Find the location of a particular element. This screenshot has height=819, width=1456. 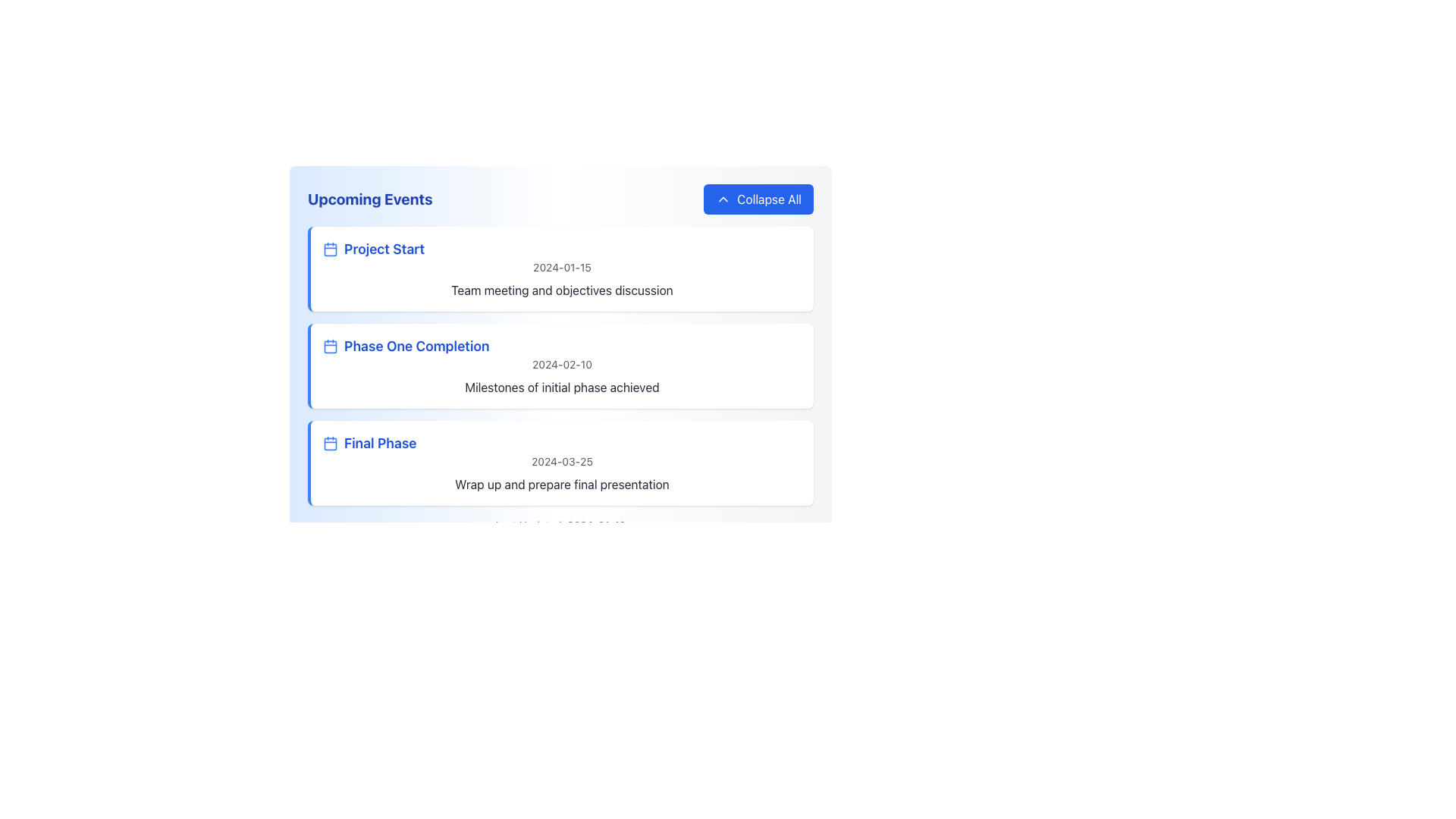

the Information card displaying project details, which is the third item in the 'Upcoming Events' section is located at coordinates (560, 462).